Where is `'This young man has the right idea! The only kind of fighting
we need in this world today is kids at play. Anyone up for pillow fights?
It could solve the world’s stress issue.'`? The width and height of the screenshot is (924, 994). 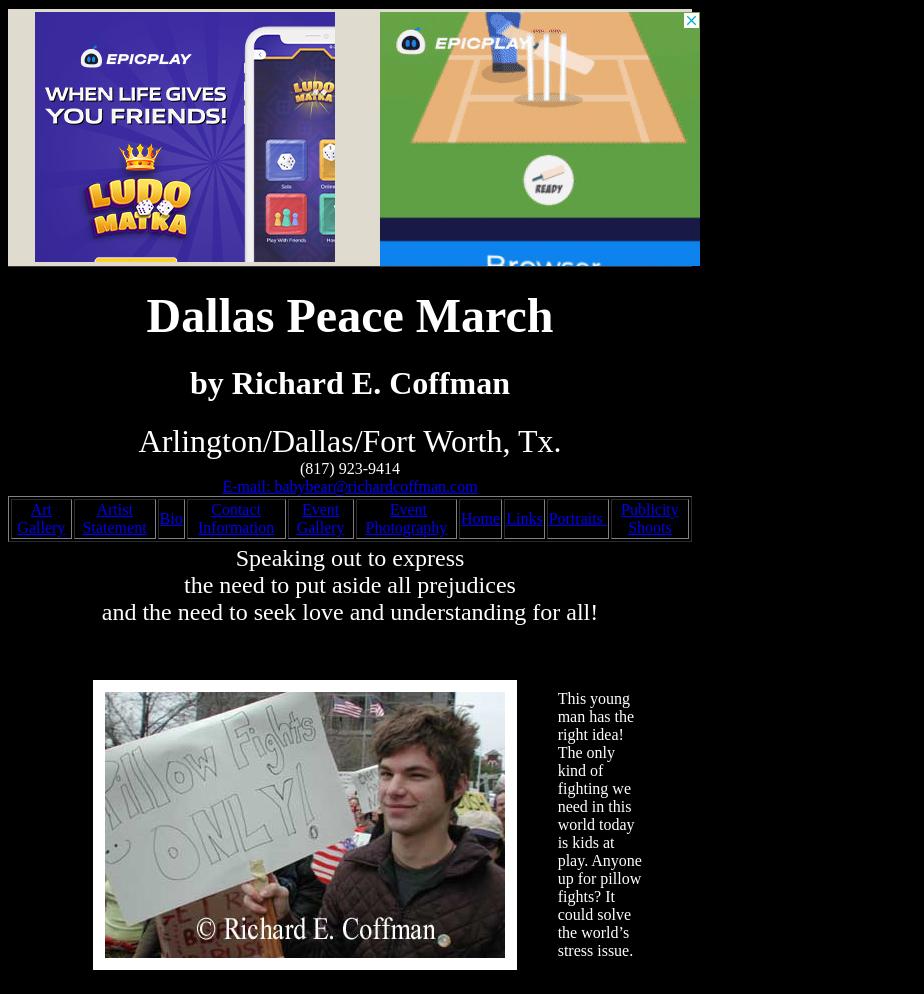
'This young man has the right idea! The only kind of fighting
we need in this world today is kids at play. Anyone up for pillow fights?
It could solve the world’s stress issue.' is located at coordinates (599, 823).